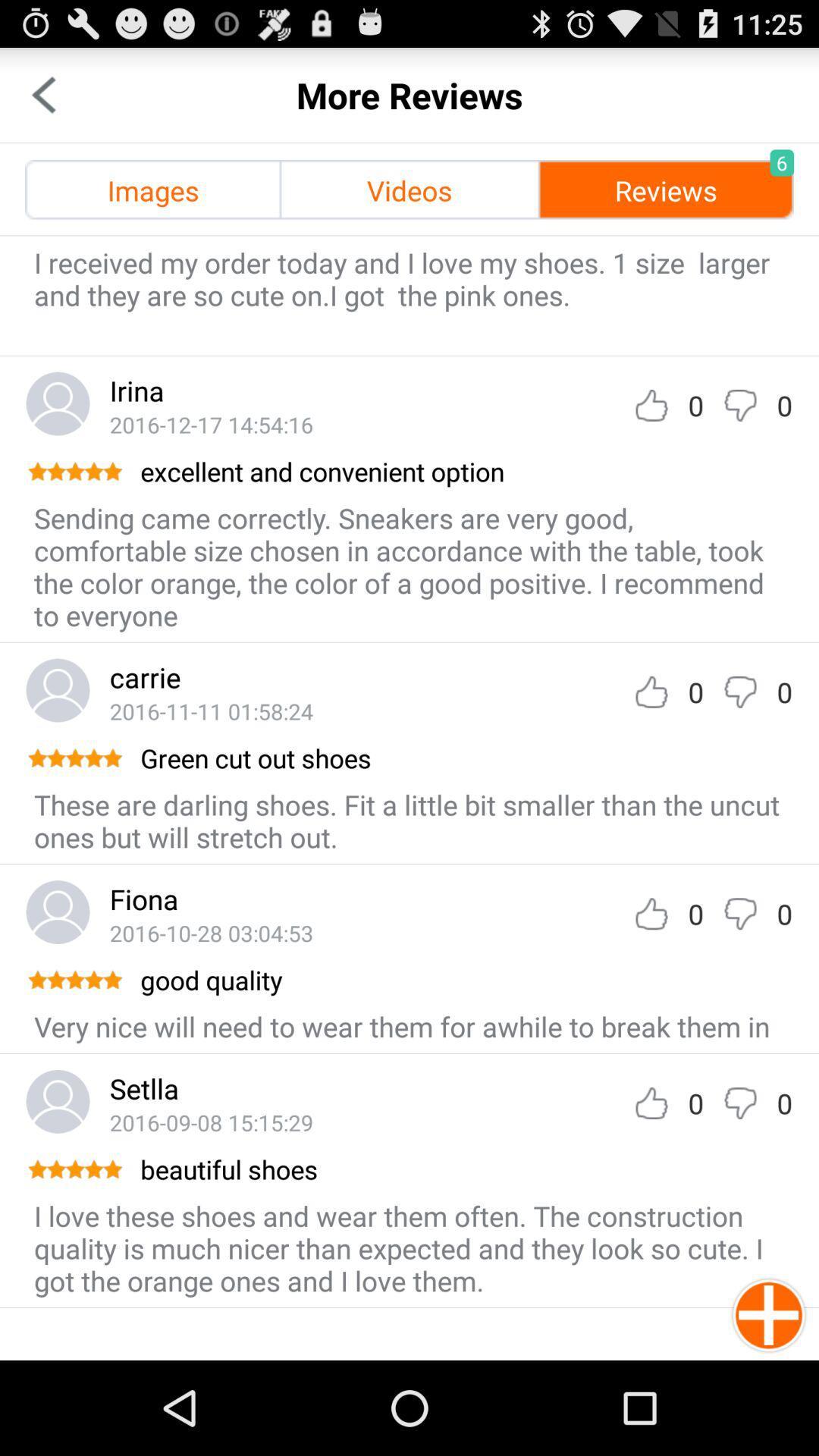  I want to click on previous page, so click(42, 94).